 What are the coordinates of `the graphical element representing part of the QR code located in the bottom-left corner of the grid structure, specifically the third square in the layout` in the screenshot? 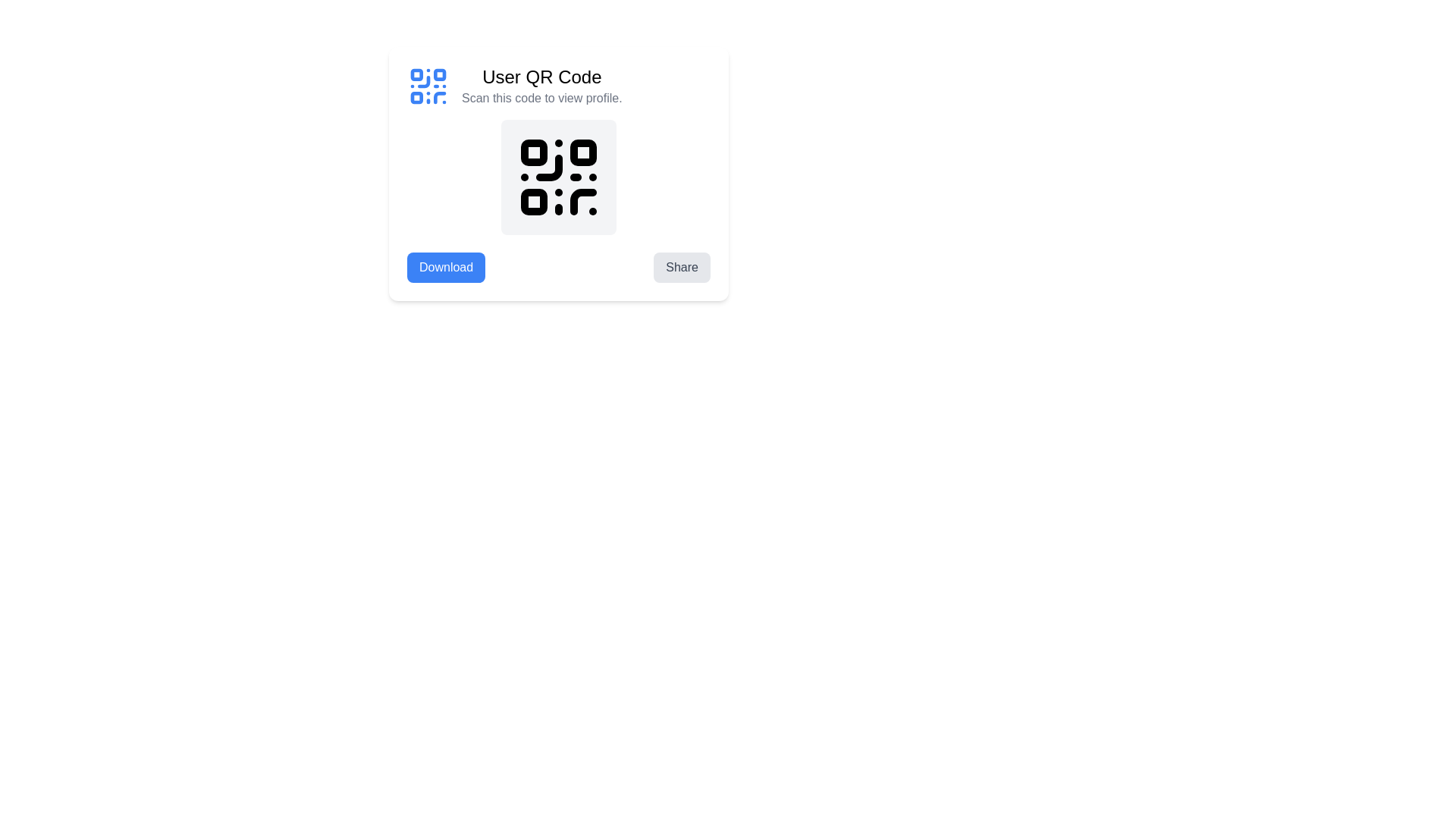 It's located at (416, 98).